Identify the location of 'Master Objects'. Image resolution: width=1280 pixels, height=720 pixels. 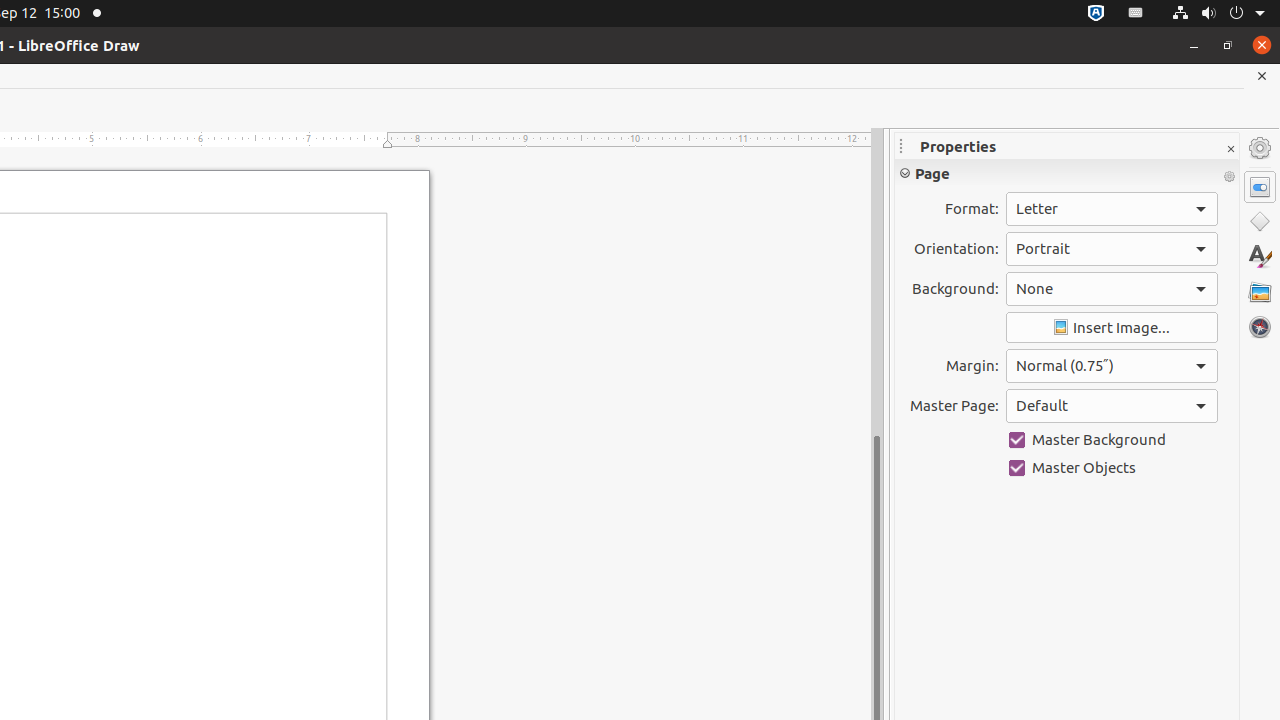
(1110, 468).